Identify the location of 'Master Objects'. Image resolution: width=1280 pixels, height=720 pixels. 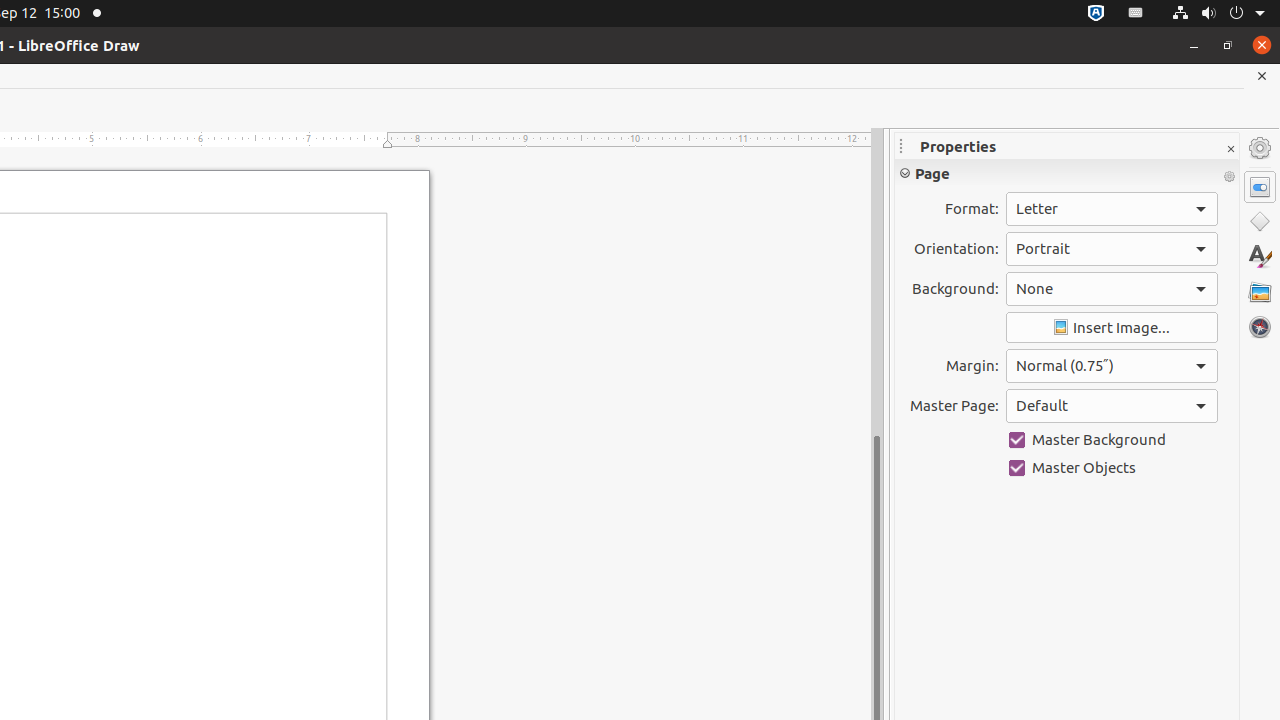
(1110, 468).